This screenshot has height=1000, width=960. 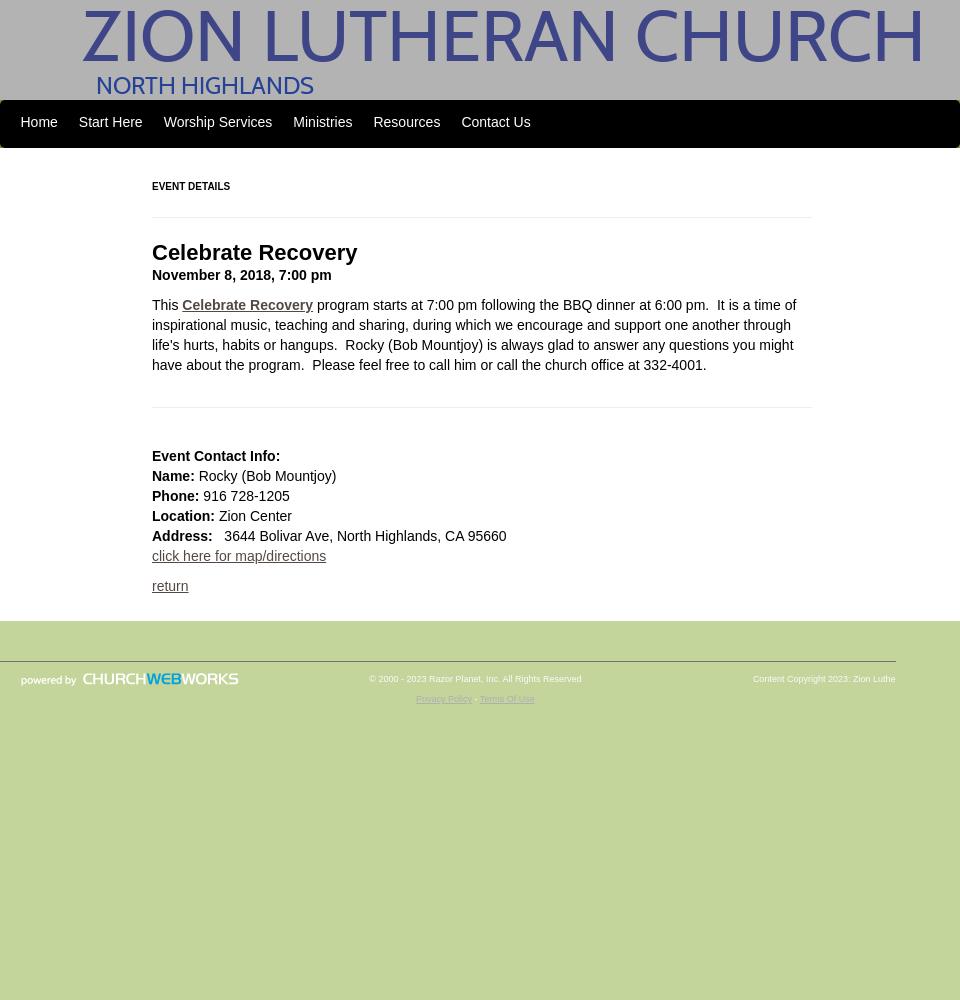 What do you see at coordinates (750, 679) in the screenshot?
I see `'Content Copyright 2023: Zion Lutheran Church'` at bounding box center [750, 679].